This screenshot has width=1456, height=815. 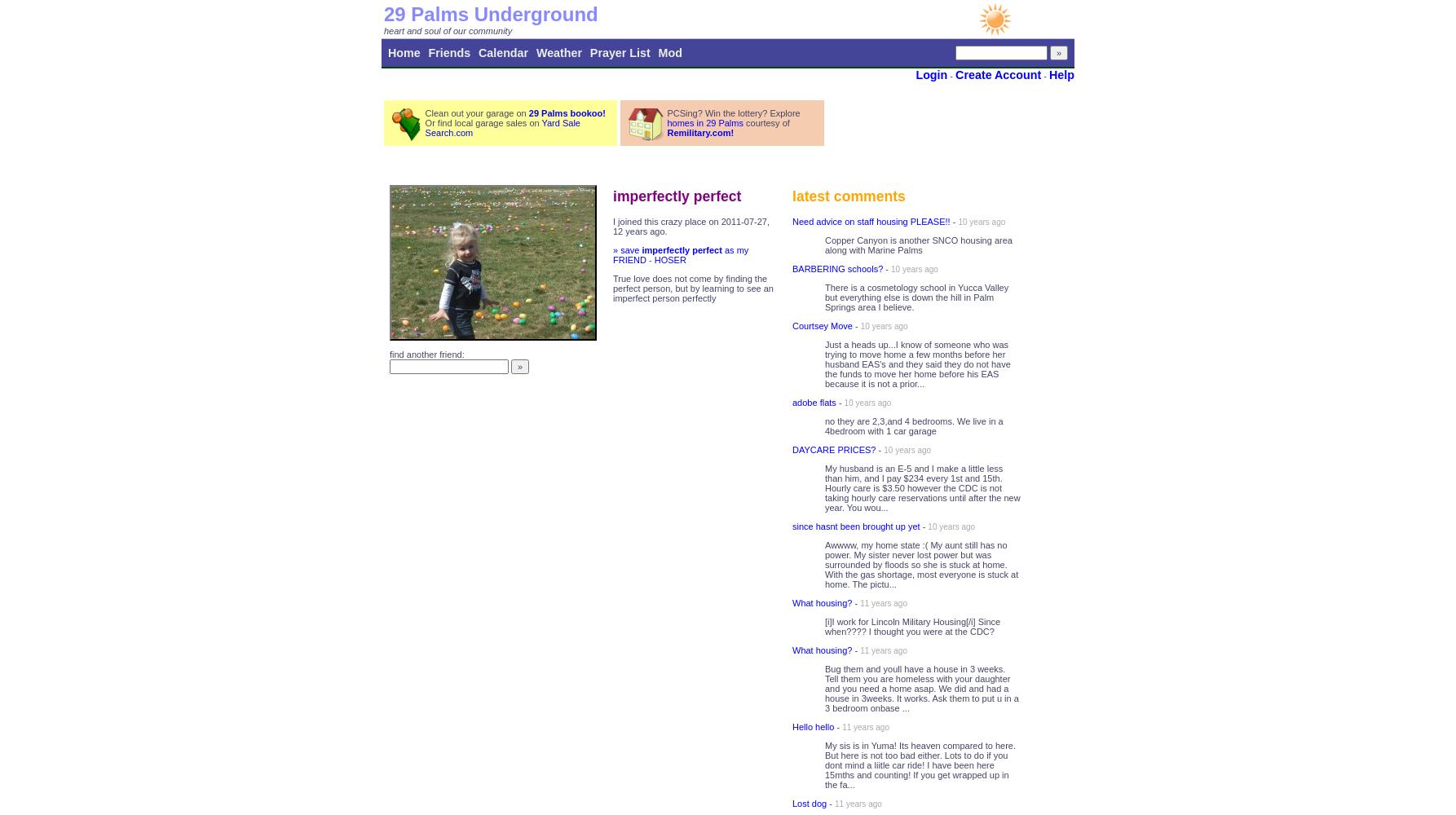 What do you see at coordinates (475, 113) in the screenshot?
I see `'Clean out your garage on'` at bounding box center [475, 113].